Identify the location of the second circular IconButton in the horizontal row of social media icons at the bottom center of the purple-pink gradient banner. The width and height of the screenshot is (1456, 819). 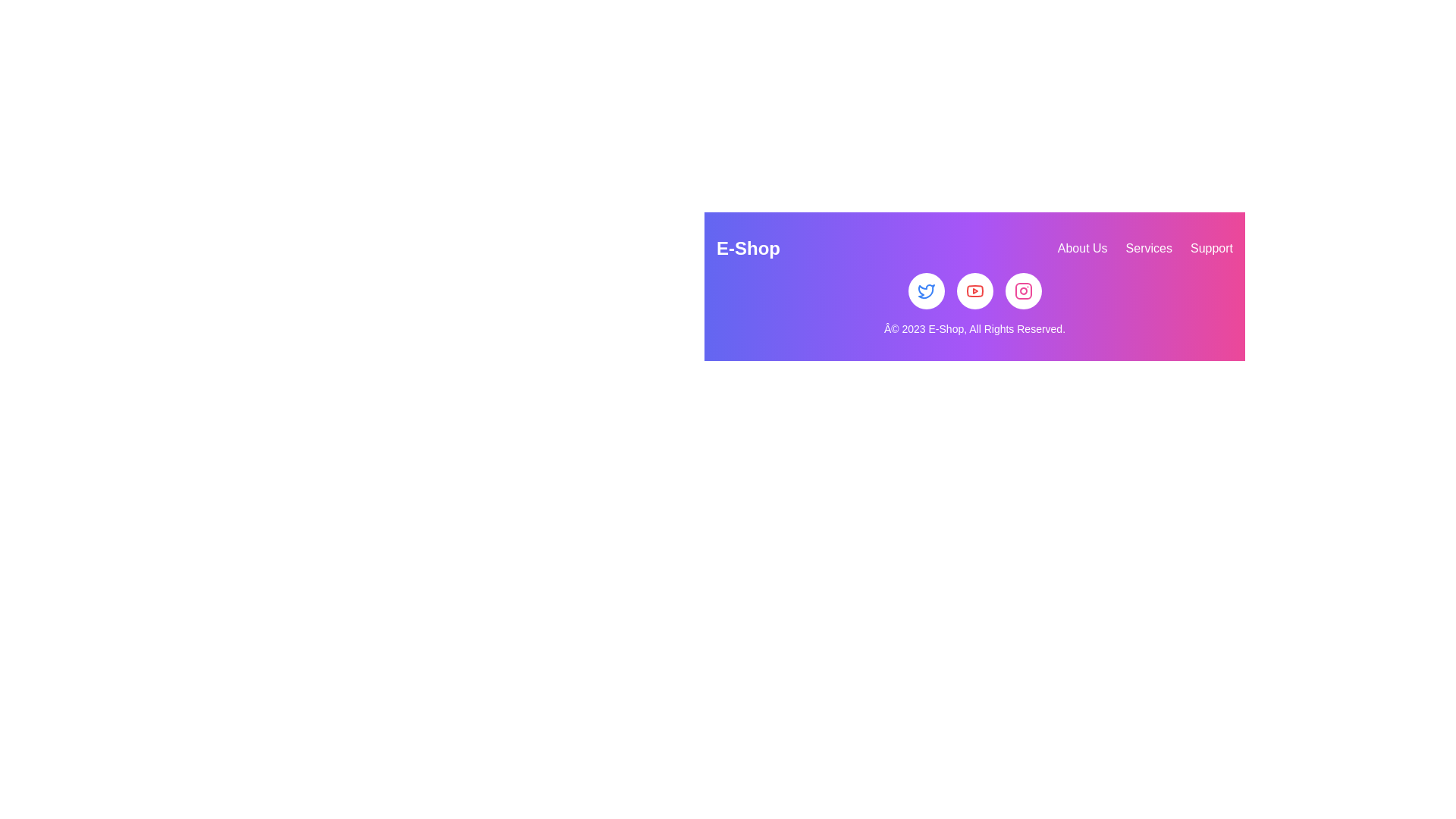
(925, 291).